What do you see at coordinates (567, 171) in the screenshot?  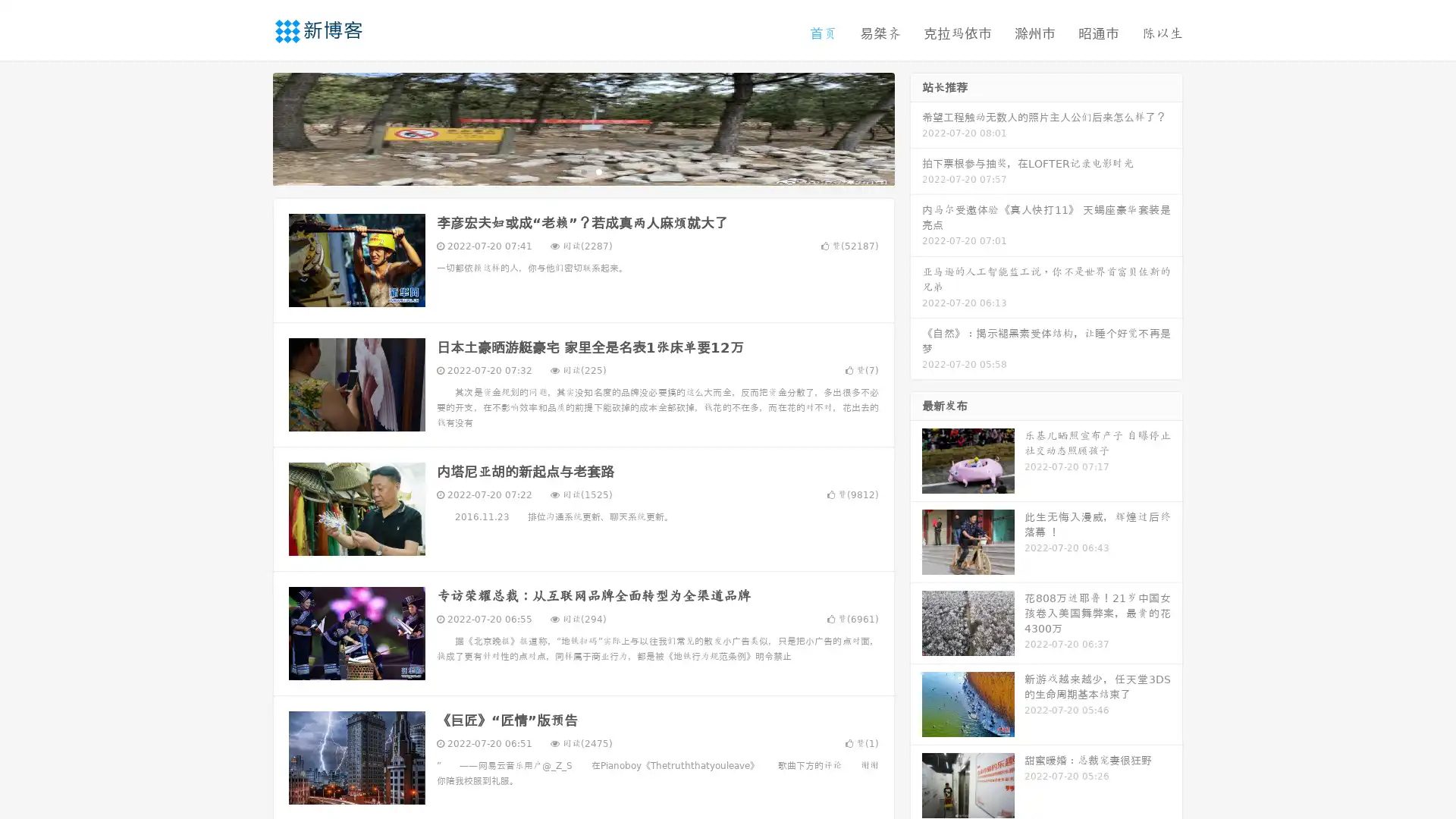 I see `Go to slide 1` at bounding box center [567, 171].